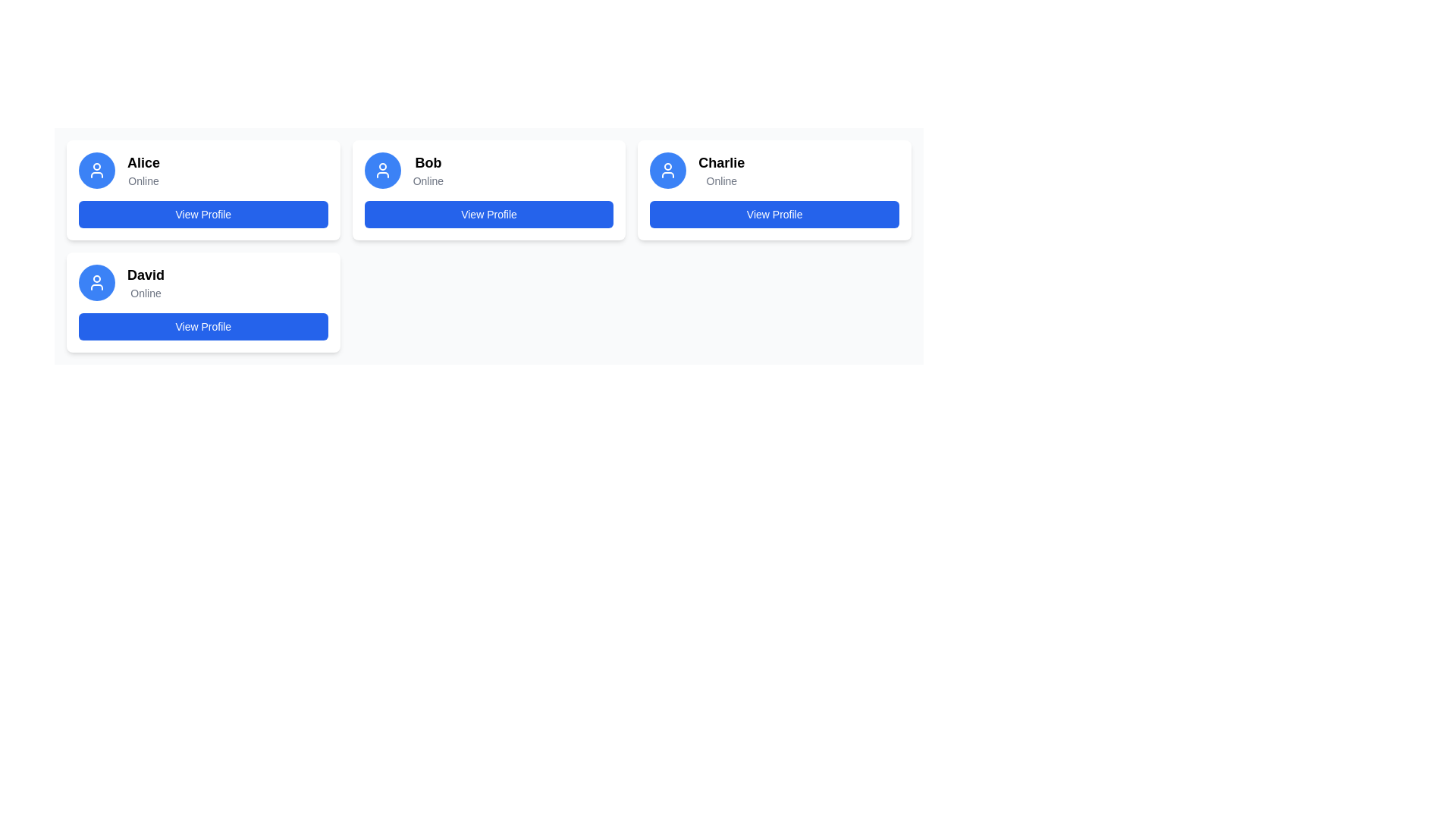 The image size is (1456, 819). Describe the element at coordinates (720, 170) in the screenshot. I see `text content indicating the online status of the user named 'Charlie', which is located in the top-right card of the user grid layout beneath the user's avatar` at that location.